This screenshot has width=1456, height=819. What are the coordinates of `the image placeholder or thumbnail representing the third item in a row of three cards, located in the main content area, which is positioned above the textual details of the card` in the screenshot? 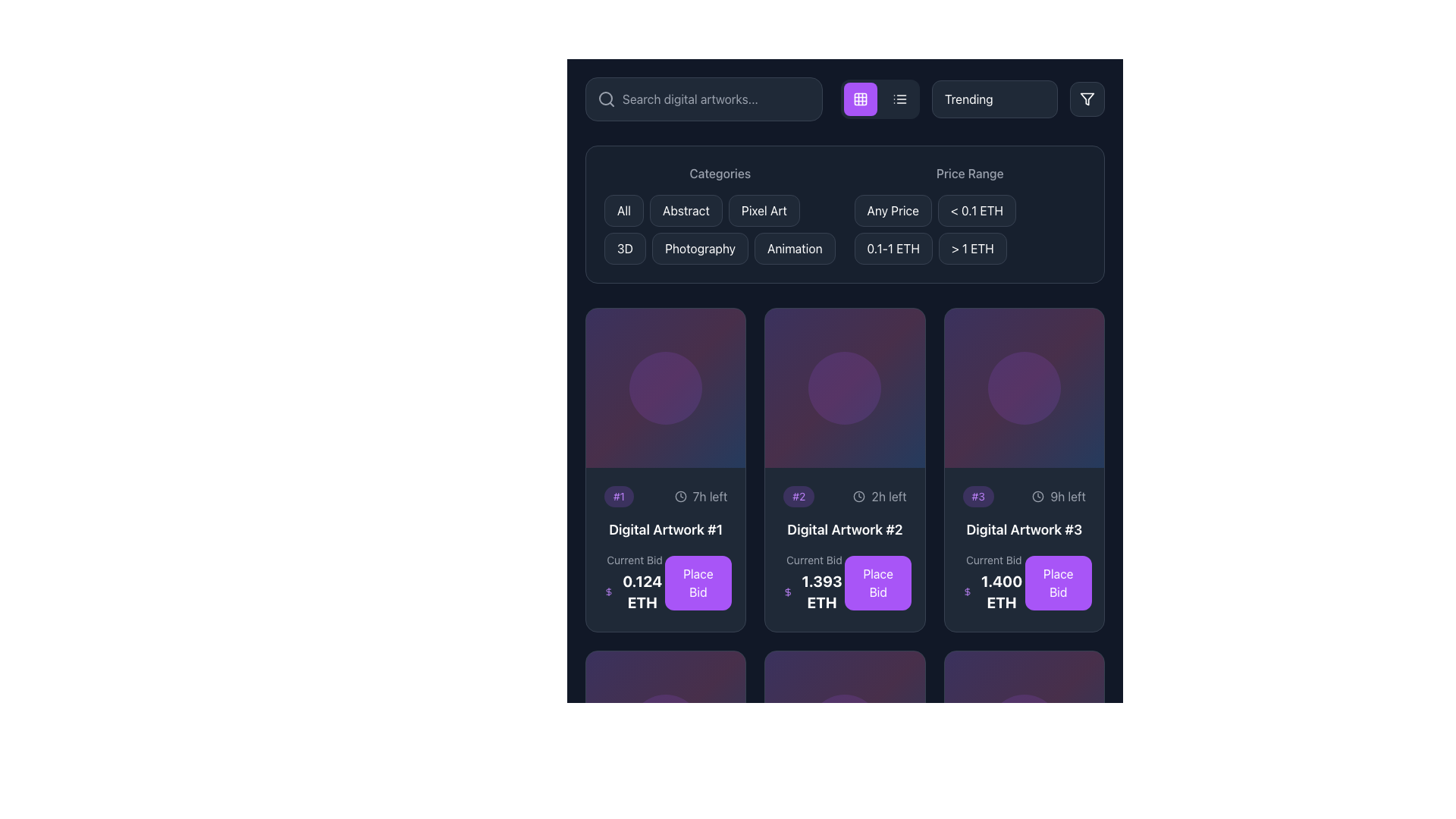 It's located at (1024, 388).